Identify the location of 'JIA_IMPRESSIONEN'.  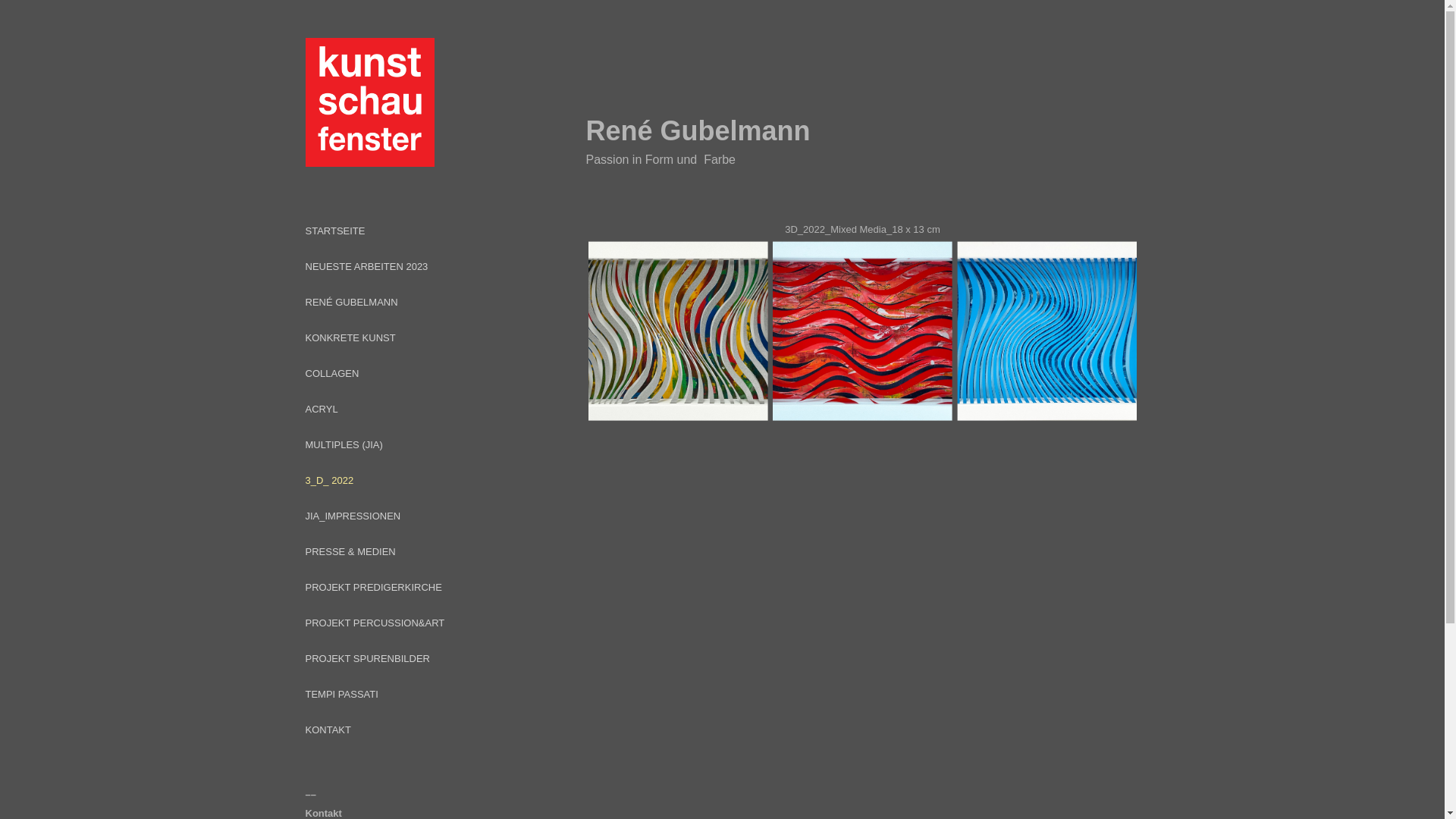
(352, 515).